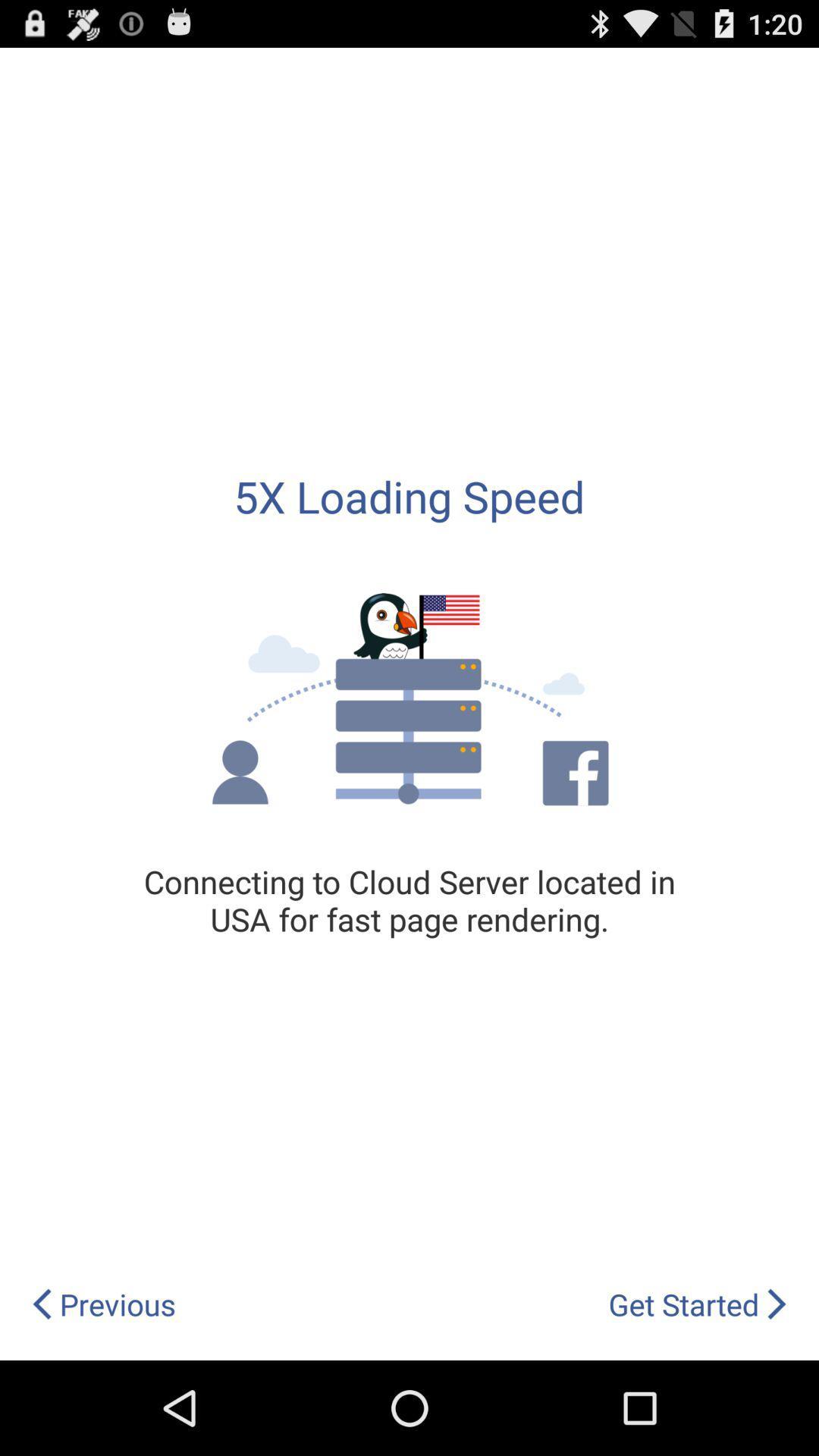  I want to click on item below the connecting to cloud icon, so click(102, 1304).